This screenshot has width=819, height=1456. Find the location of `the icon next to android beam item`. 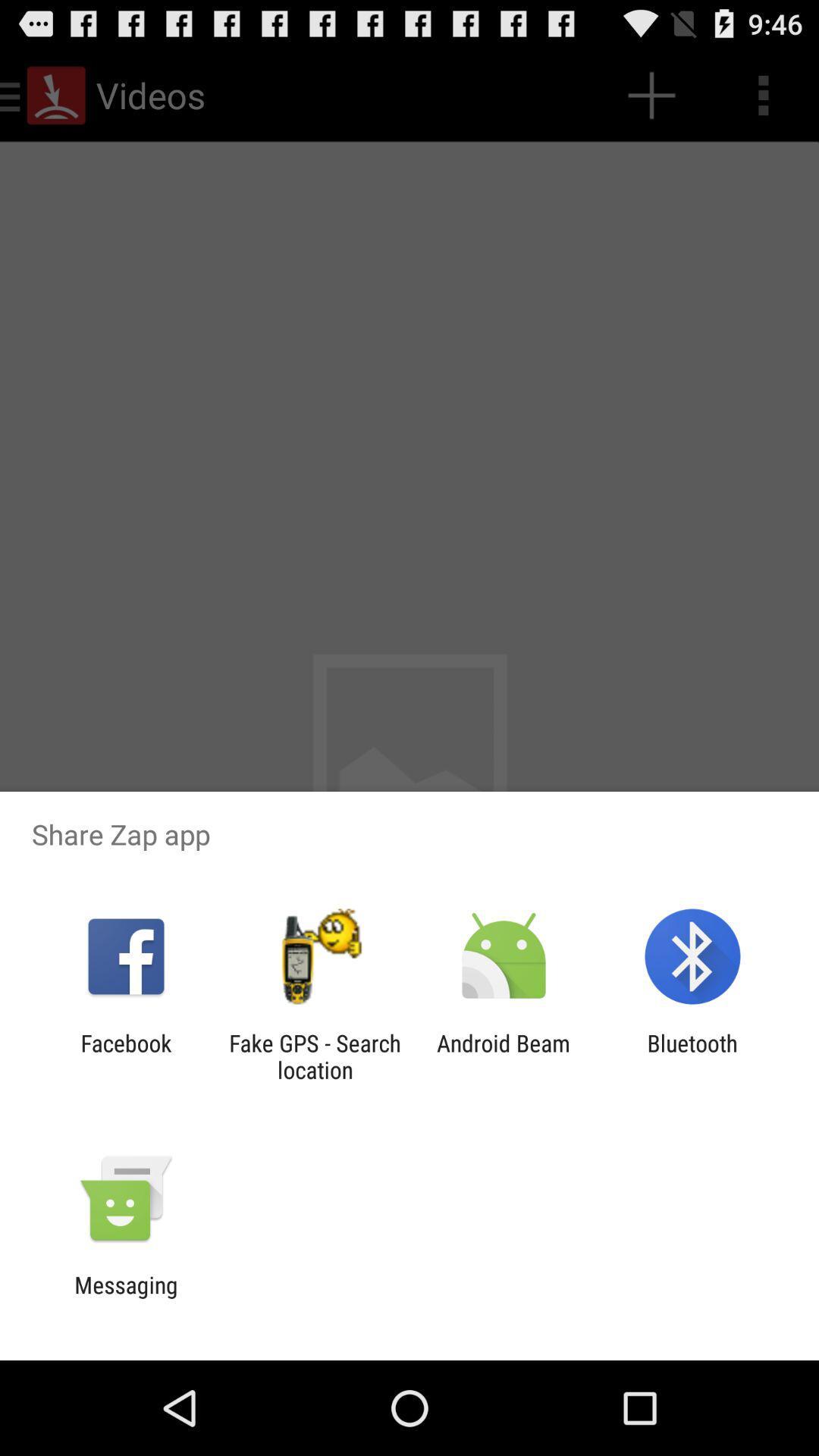

the icon next to android beam item is located at coordinates (692, 1056).